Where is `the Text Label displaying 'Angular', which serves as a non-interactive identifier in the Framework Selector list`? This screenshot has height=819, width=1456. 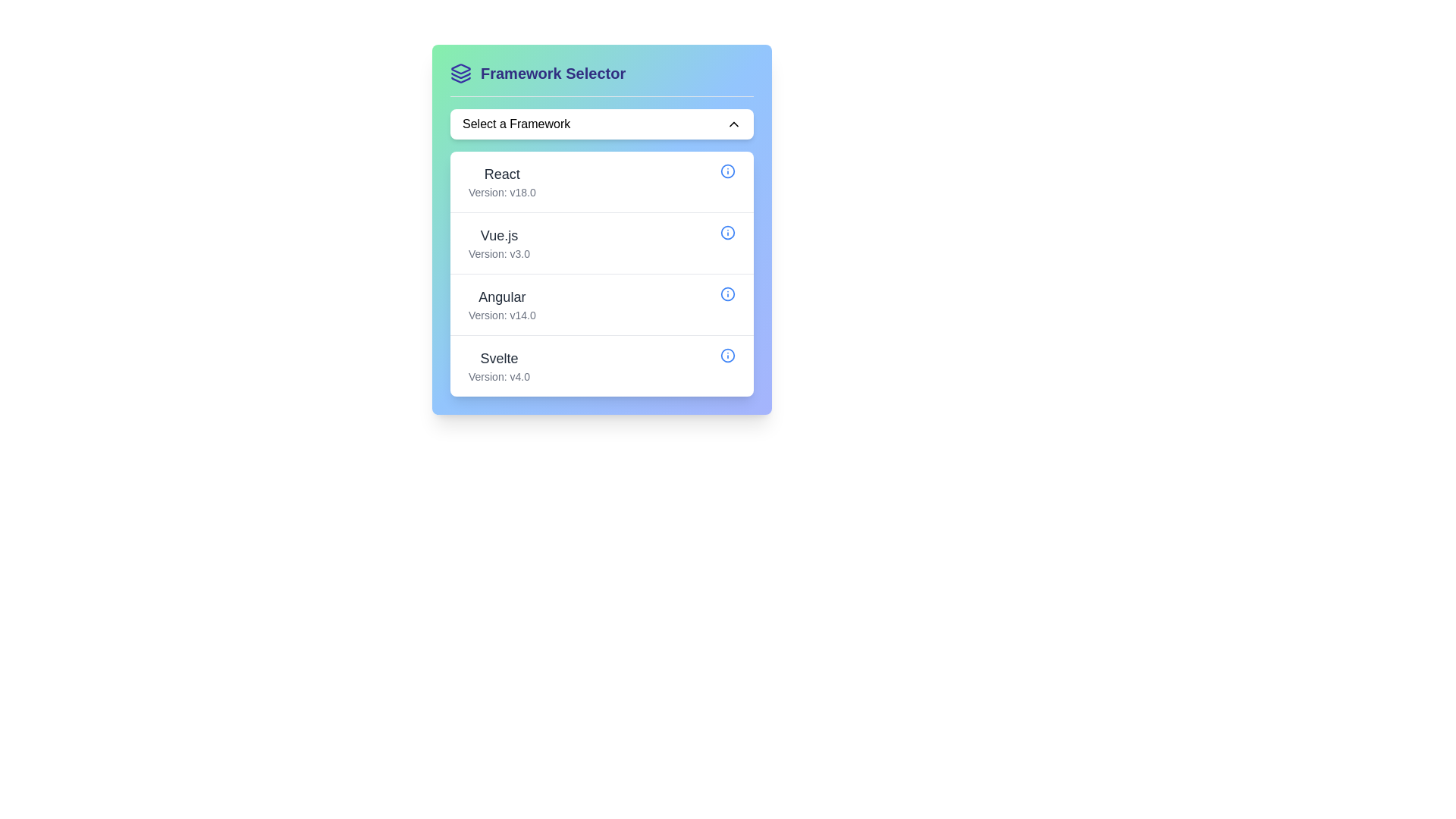 the Text Label displaying 'Angular', which serves as a non-interactive identifier in the Framework Selector list is located at coordinates (502, 297).